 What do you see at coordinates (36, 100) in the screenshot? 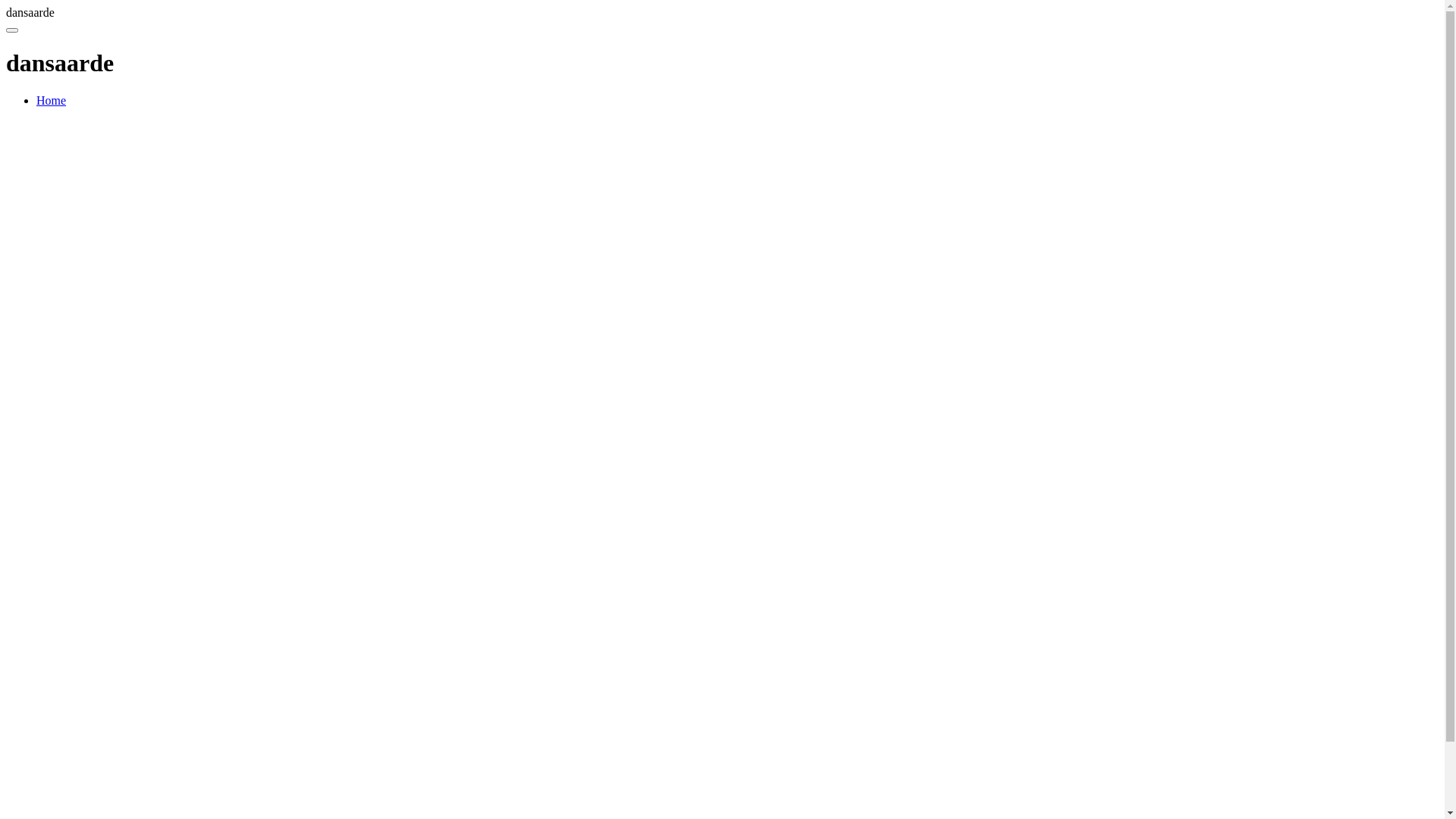
I see `'Home'` at bounding box center [36, 100].